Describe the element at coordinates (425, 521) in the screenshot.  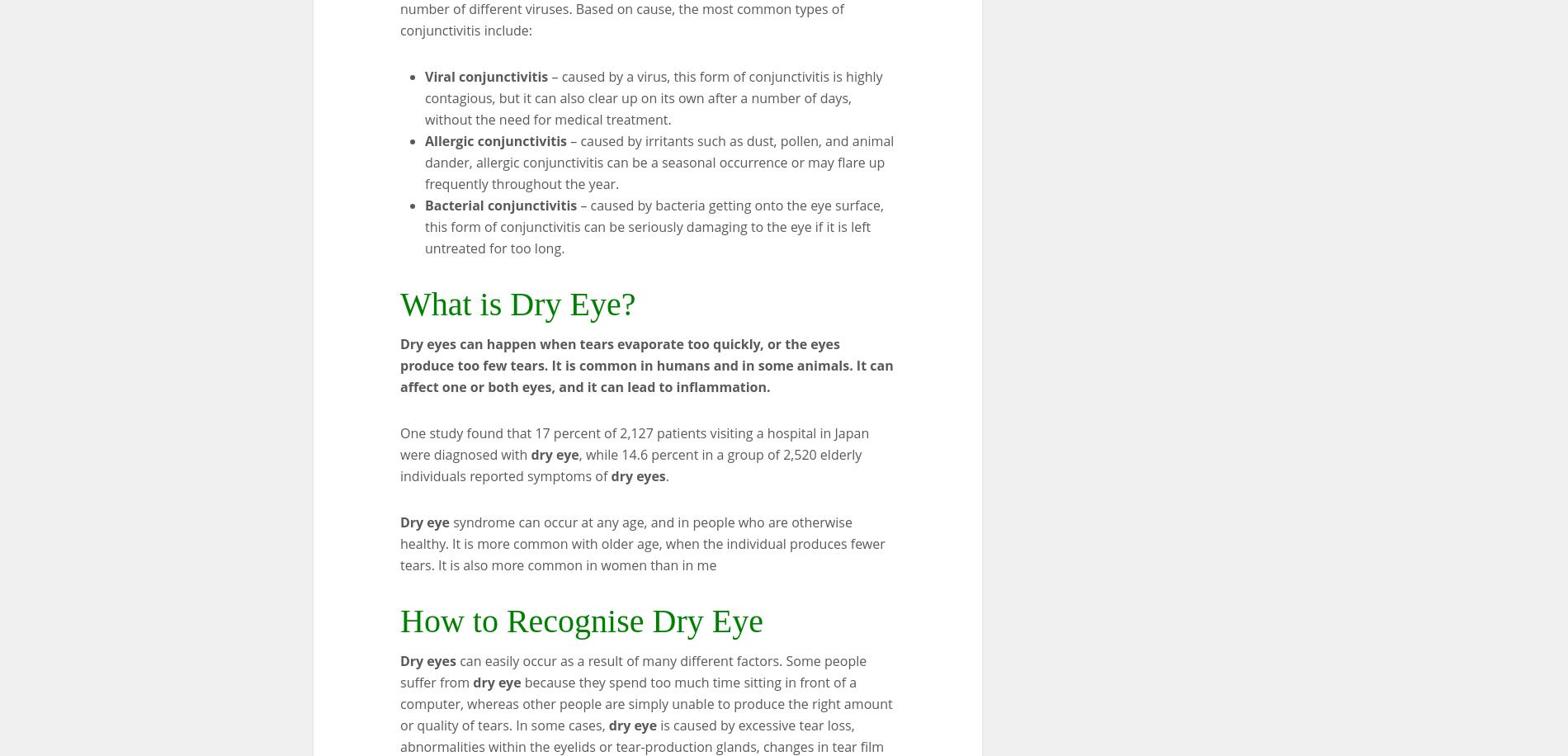
I see `'Dry eye'` at that location.